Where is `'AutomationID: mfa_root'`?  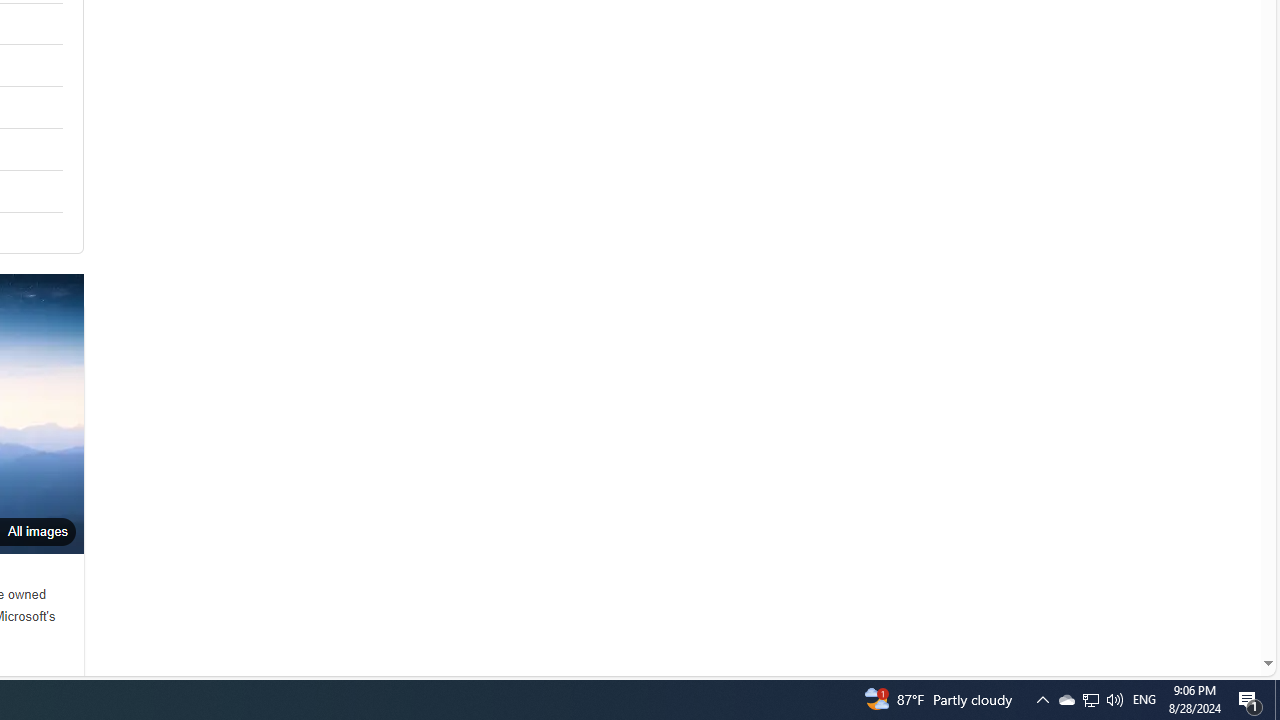
'AutomationID: mfa_root' is located at coordinates (1192, 602).